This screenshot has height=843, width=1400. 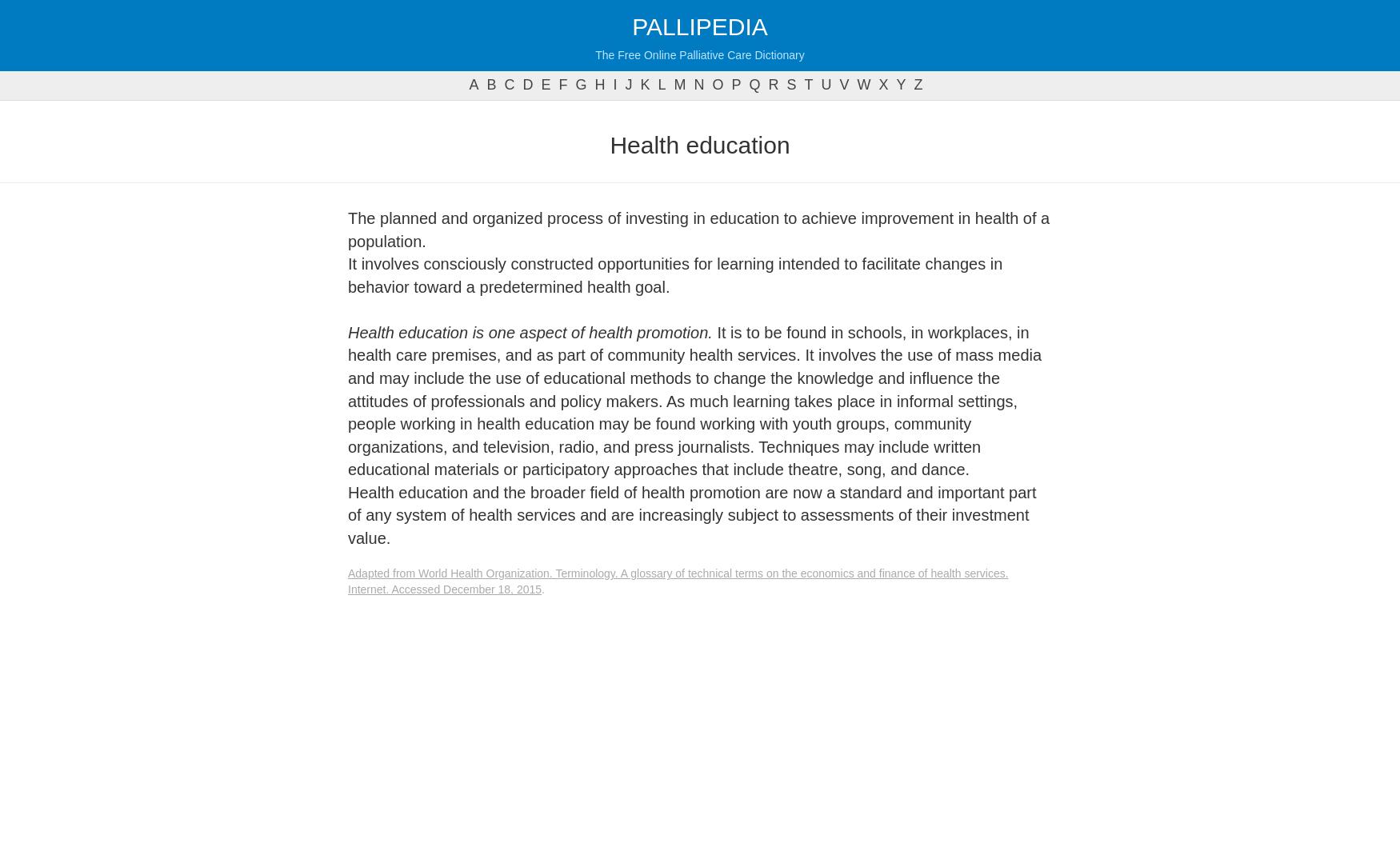 What do you see at coordinates (843, 85) in the screenshot?
I see `'v'` at bounding box center [843, 85].